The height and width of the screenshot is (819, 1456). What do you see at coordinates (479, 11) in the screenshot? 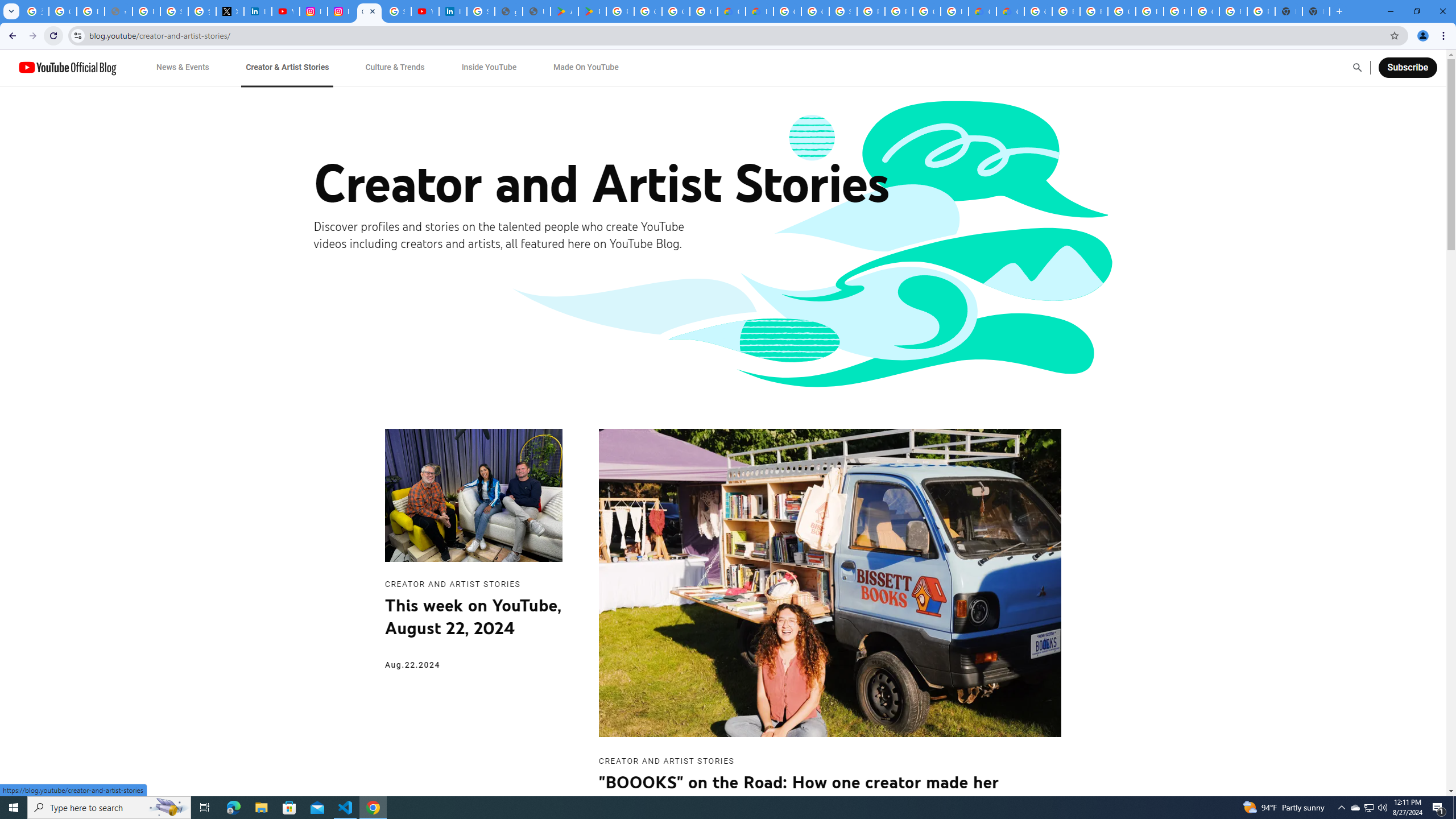
I see `'Sign in - Google Accounts'` at bounding box center [479, 11].